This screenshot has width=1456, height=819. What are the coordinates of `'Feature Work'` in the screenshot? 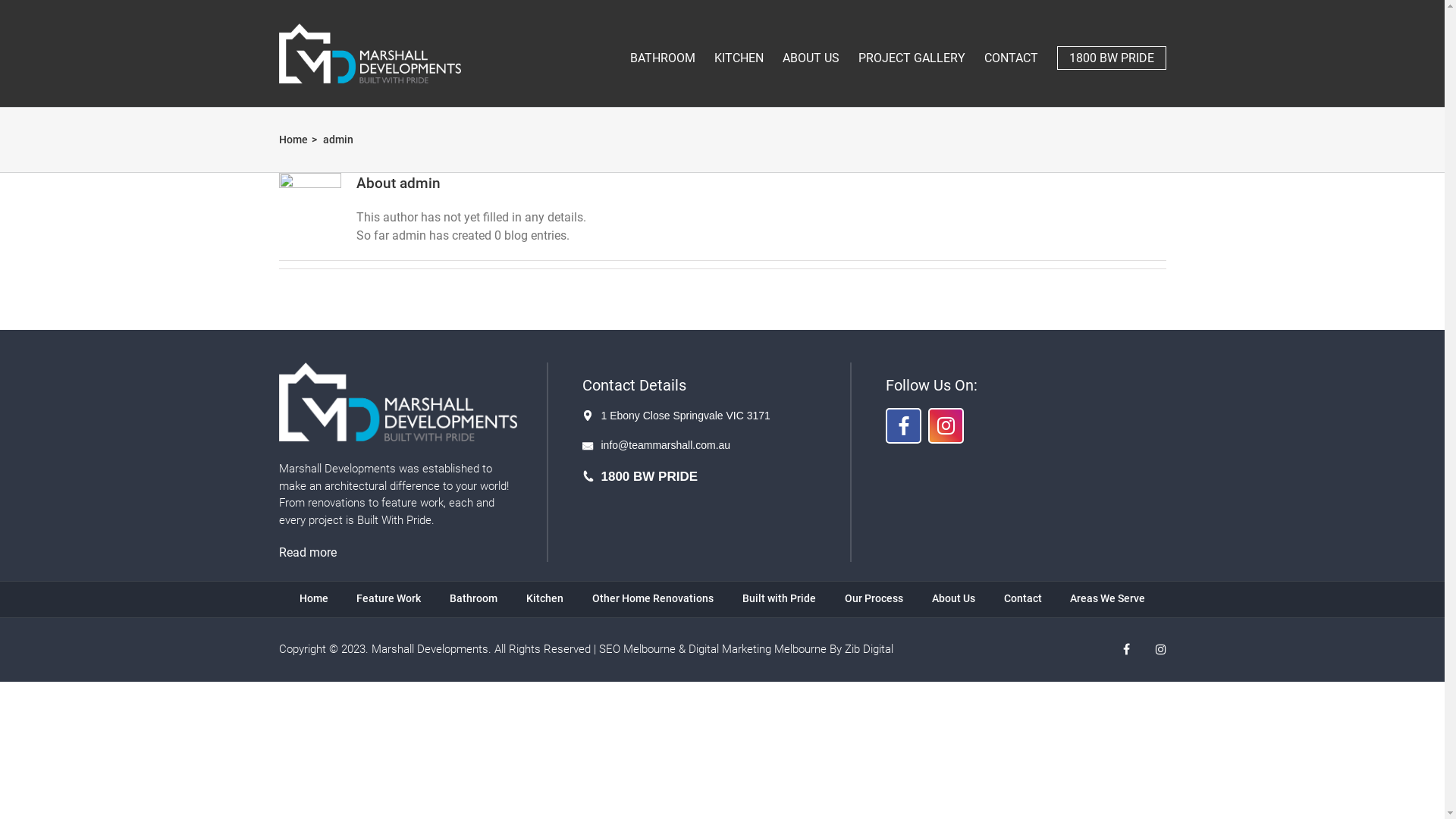 It's located at (388, 598).